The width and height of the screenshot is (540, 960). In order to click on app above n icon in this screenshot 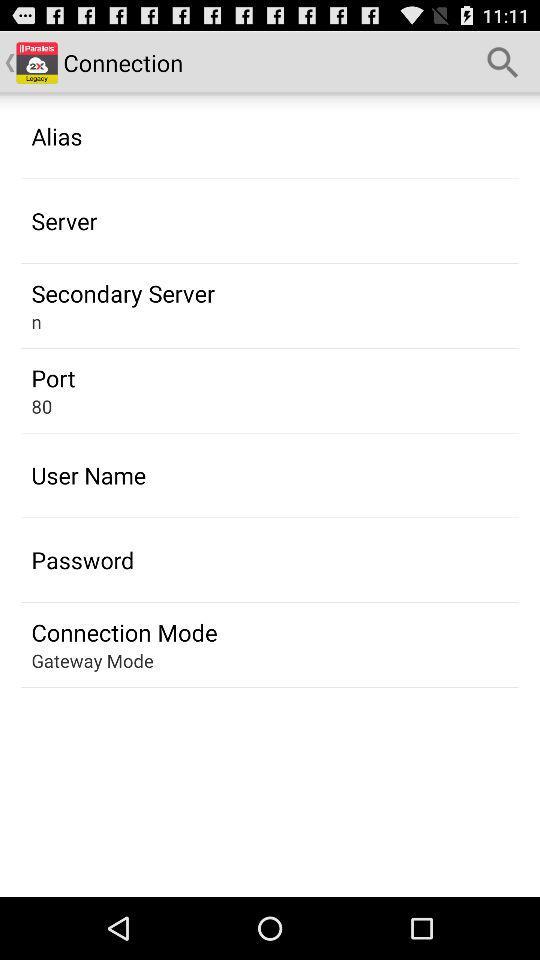, I will do `click(123, 292)`.